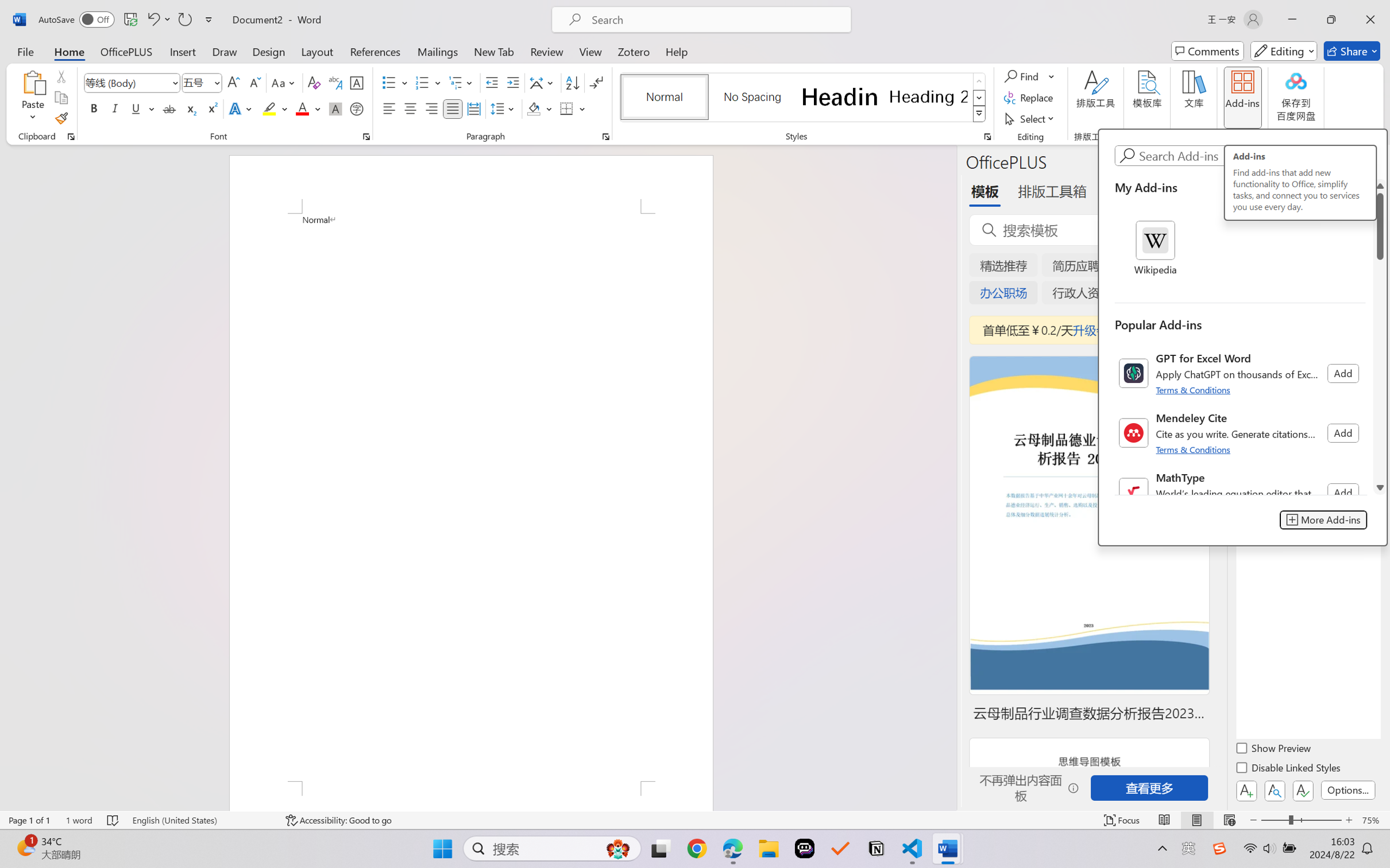 The width and height of the screenshot is (1390, 868). I want to click on 'Poe', so click(804, 848).